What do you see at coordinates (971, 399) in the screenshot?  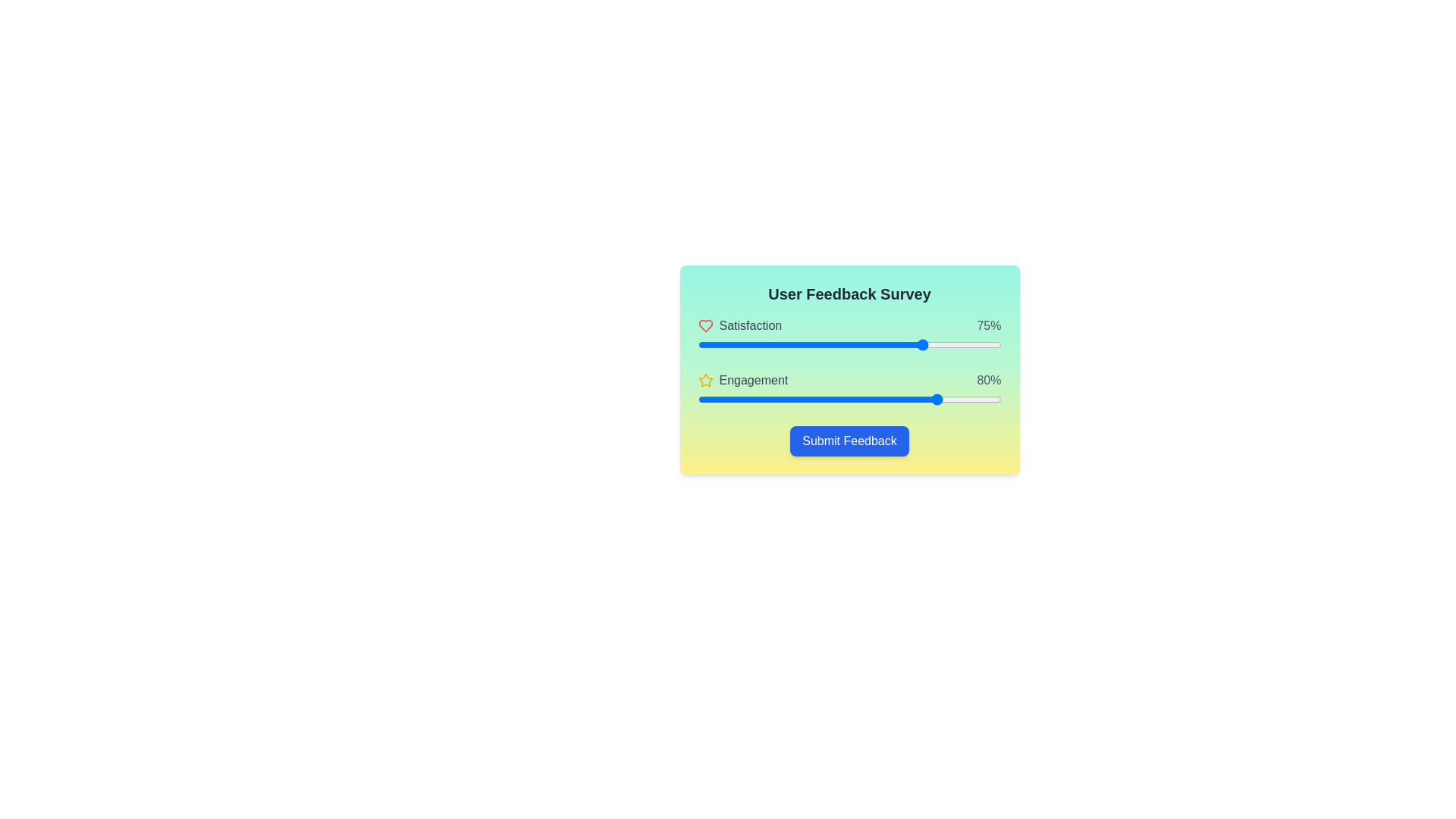 I see `the engagement slider to set its value to 90` at bounding box center [971, 399].